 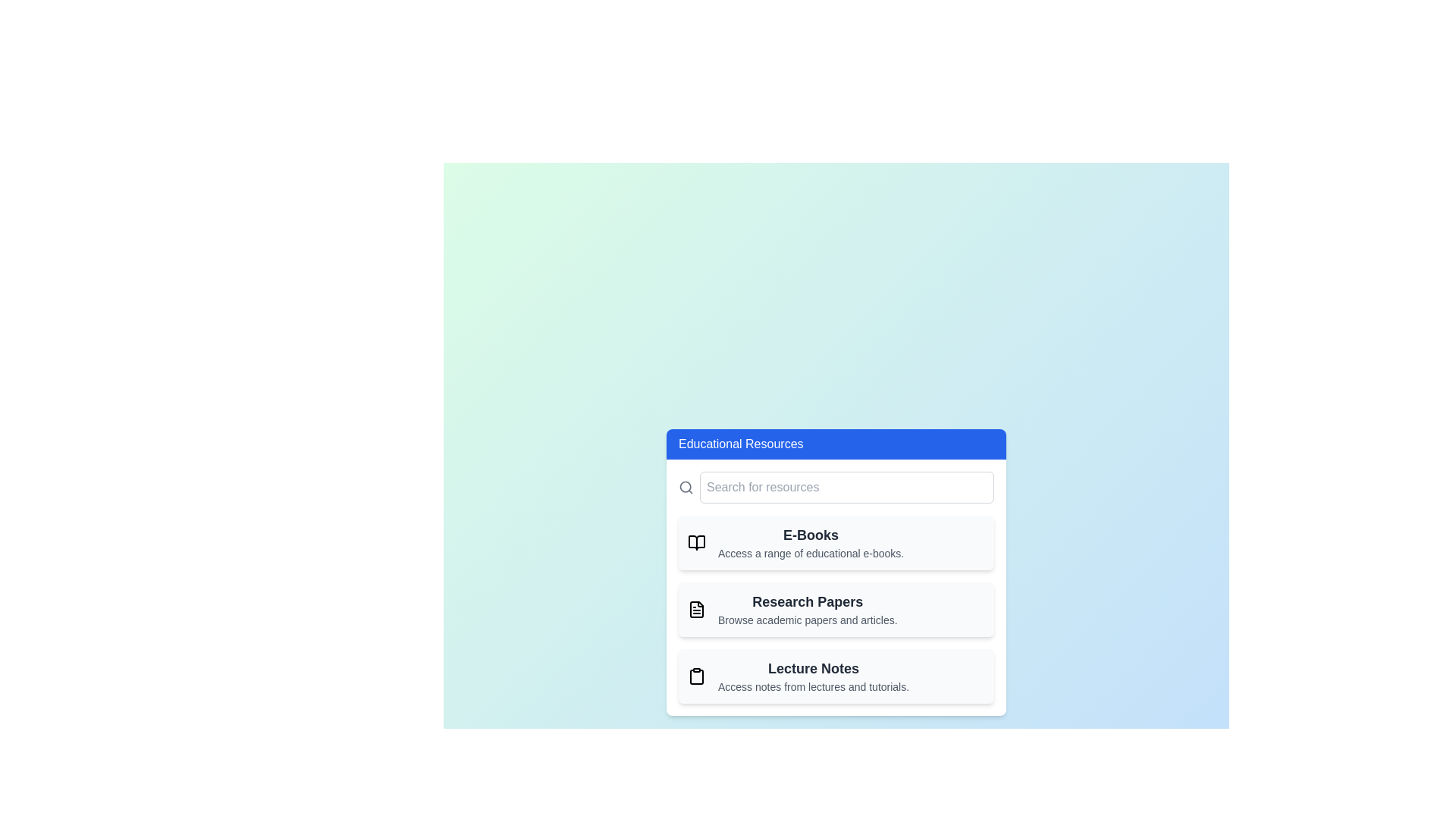 What do you see at coordinates (695, 675) in the screenshot?
I see `the icon representing Lecture Notes` at bounding box center [695, 675].